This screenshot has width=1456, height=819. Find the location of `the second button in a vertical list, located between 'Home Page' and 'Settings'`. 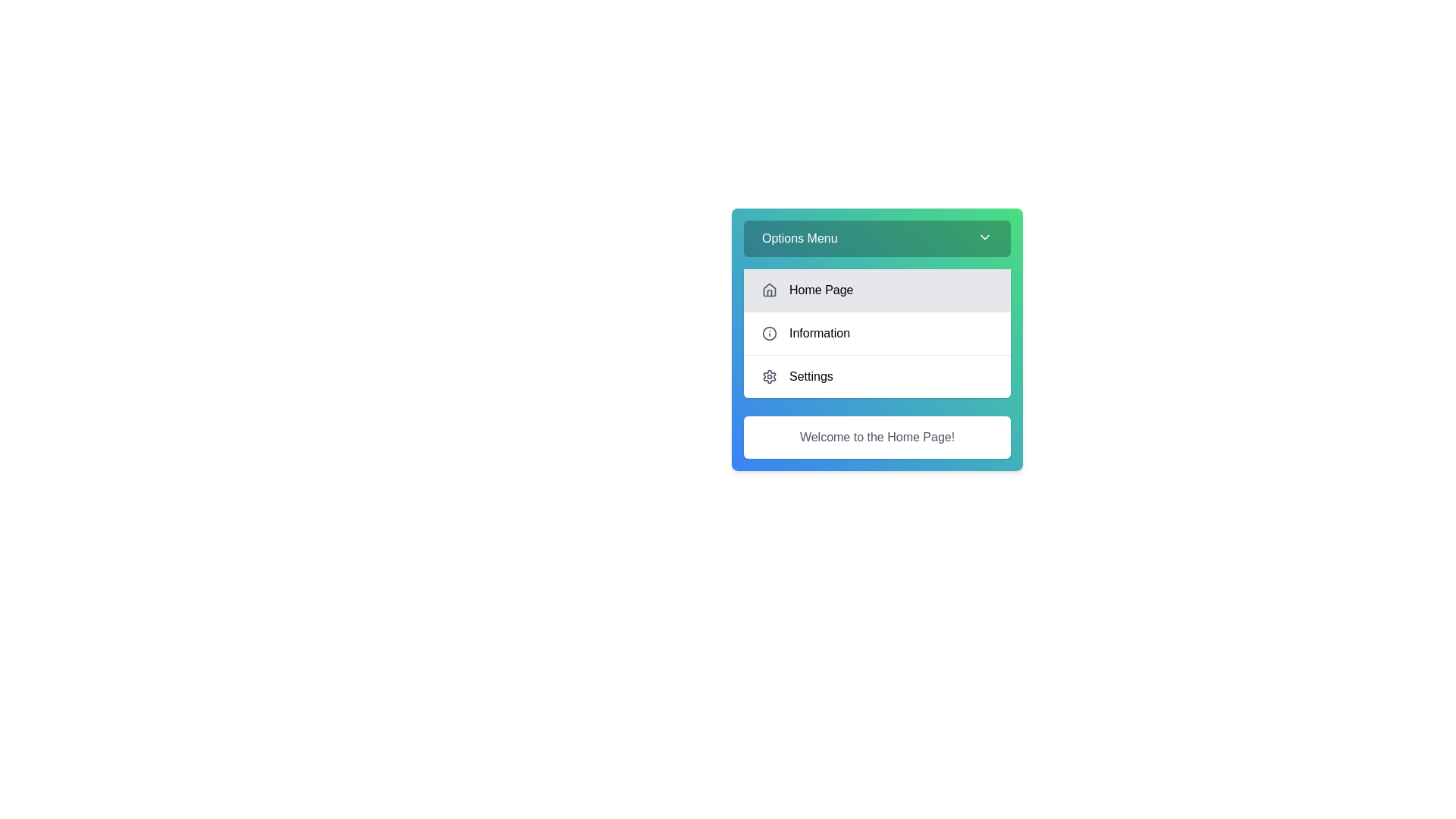

the second button in a vertical list, located between 'Home Page' and 'Settings' is located at coordinates (877, 332).